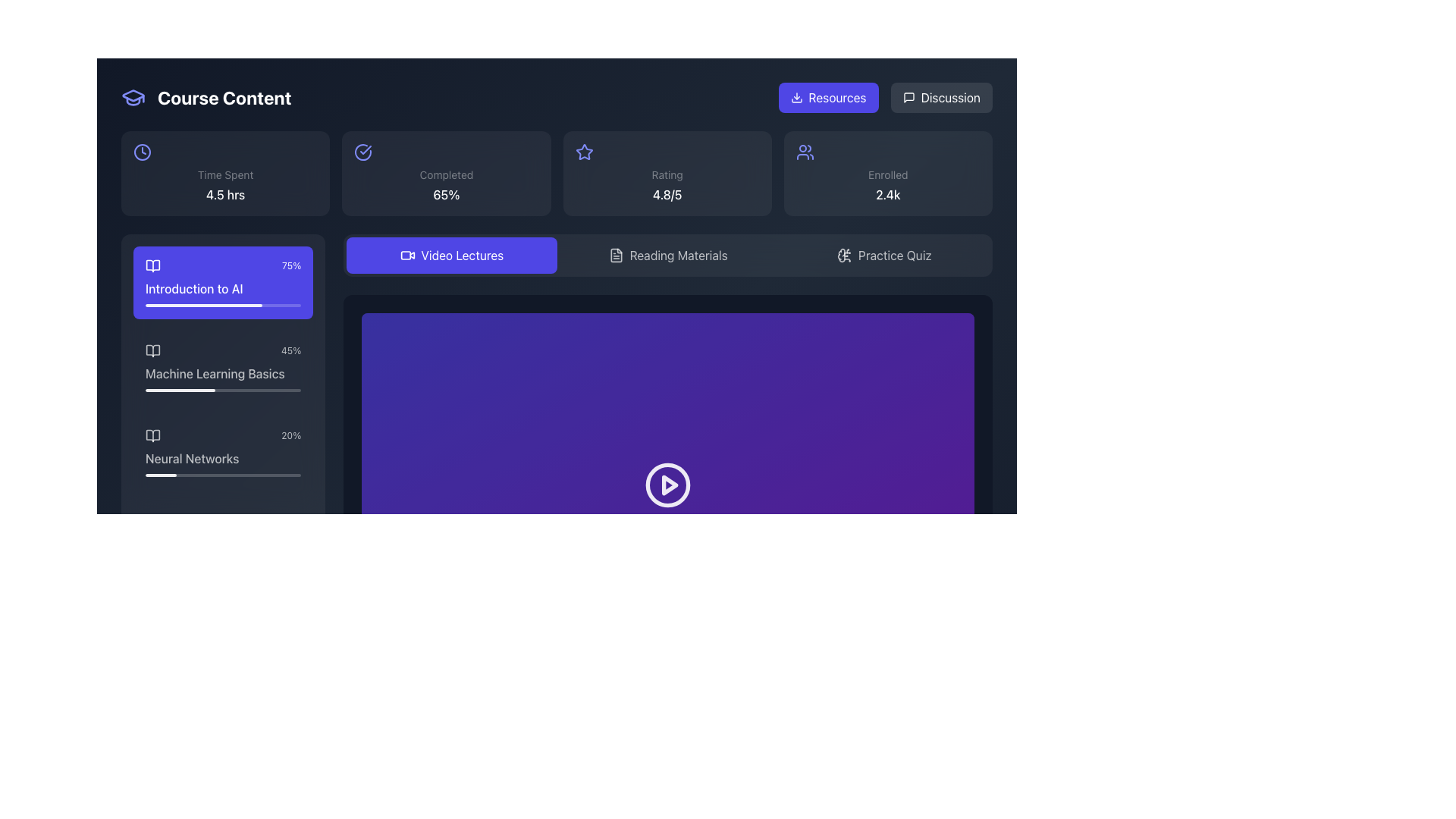 The width and height of the screenshot is (1456, 819). I want to click on displayed information on the Information card, which shows the amount of time spent on a course or activity, located at the top left corner of the grid, so click(224, 172).